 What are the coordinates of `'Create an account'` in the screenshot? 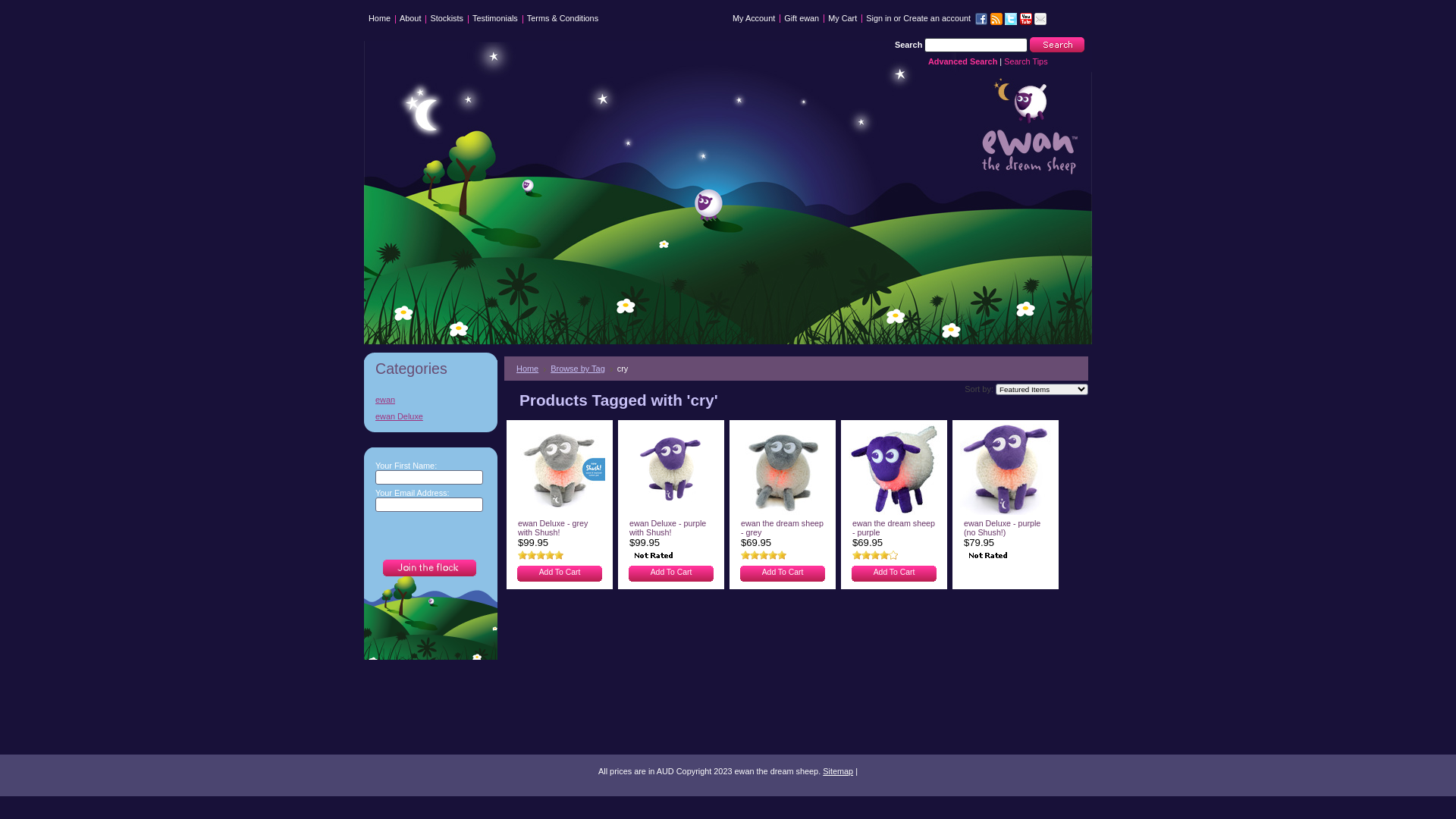 It's located at (936, 17).